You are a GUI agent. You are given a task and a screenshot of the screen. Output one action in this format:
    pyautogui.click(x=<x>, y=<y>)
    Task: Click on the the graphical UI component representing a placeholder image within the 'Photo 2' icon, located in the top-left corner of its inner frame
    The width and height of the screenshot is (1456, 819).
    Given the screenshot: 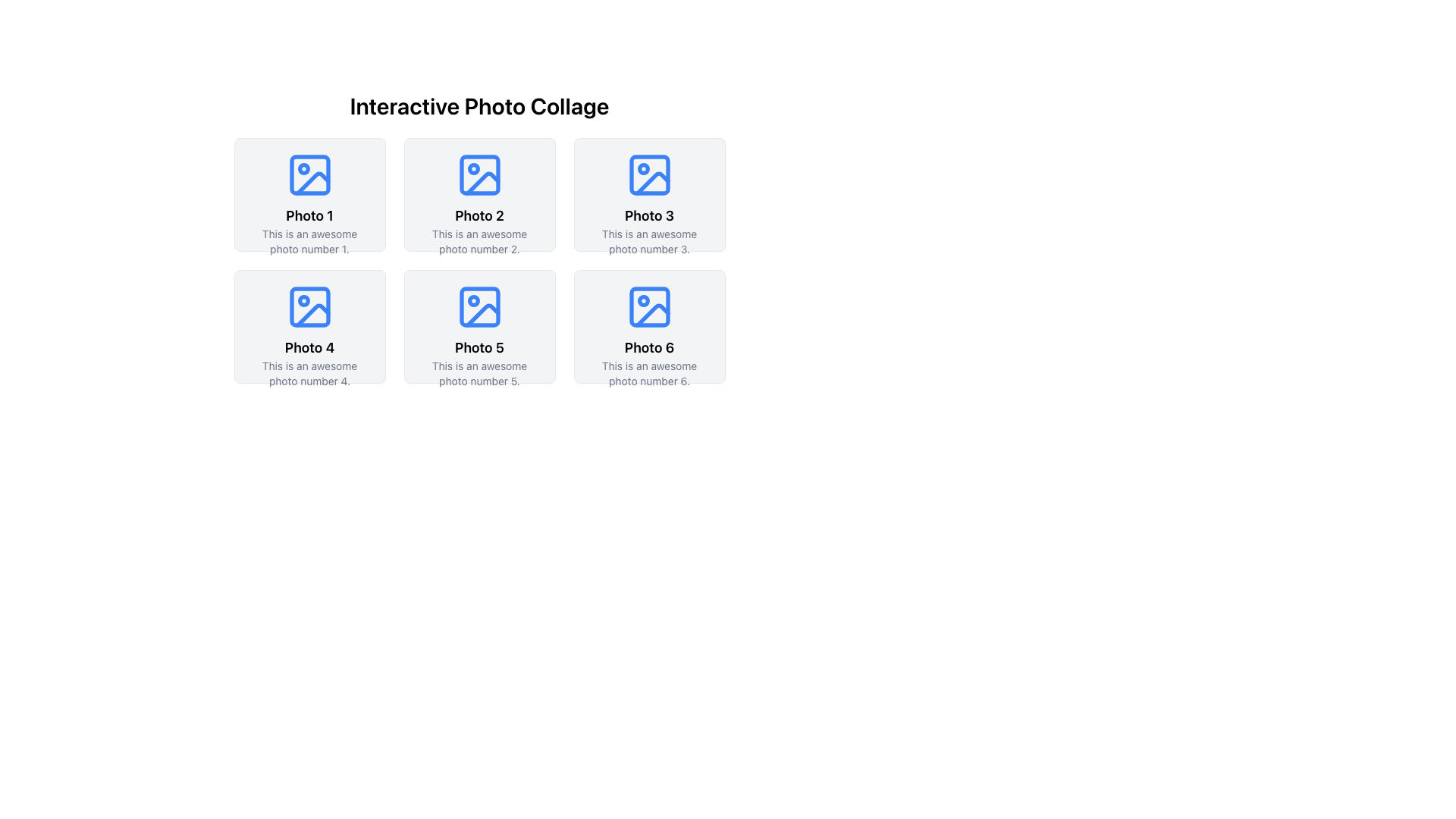 What is the action you would take?
    pyautogui.click(x=479, y=174)
    